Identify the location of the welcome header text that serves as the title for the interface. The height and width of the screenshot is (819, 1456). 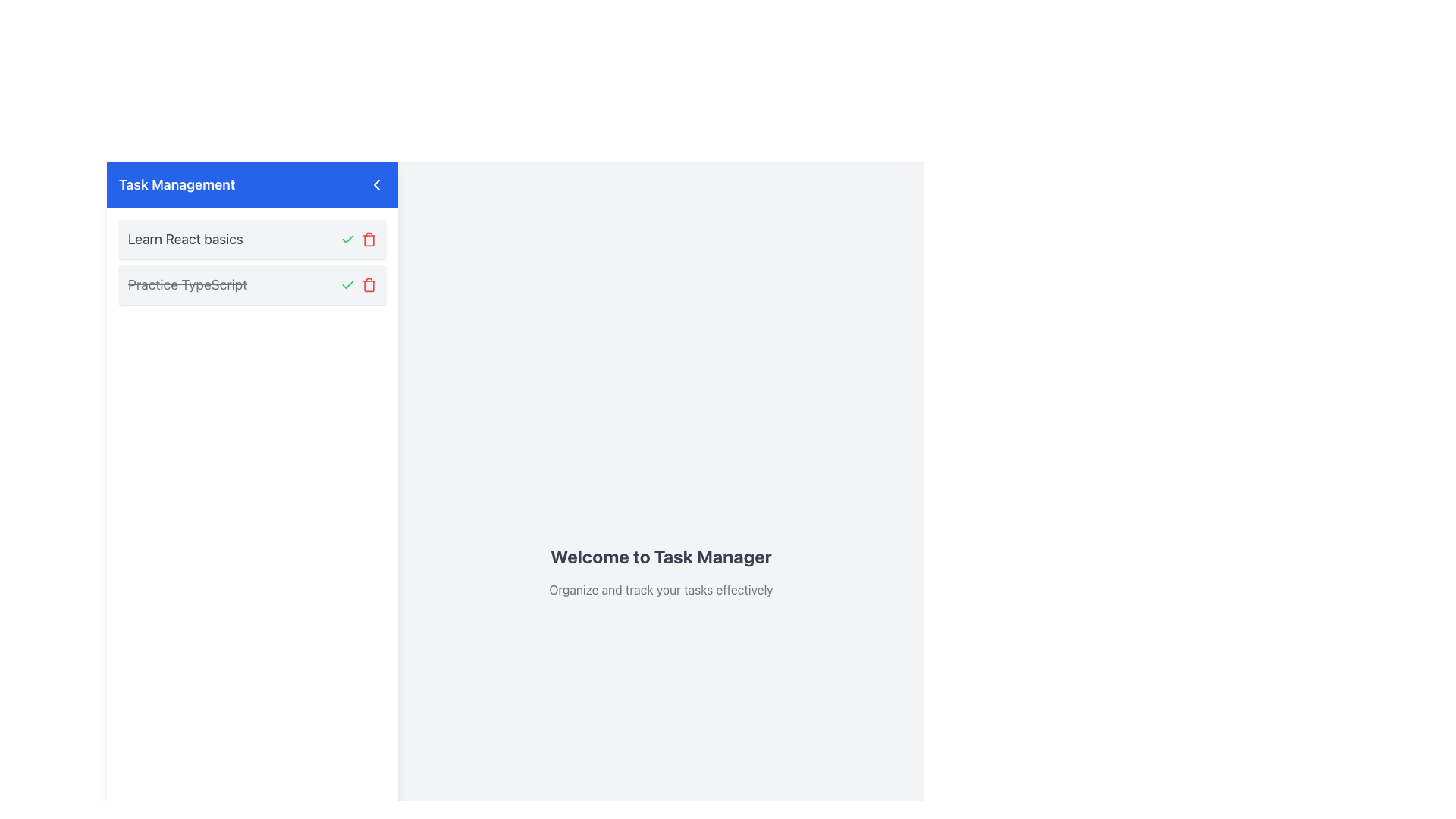
(661, 556).